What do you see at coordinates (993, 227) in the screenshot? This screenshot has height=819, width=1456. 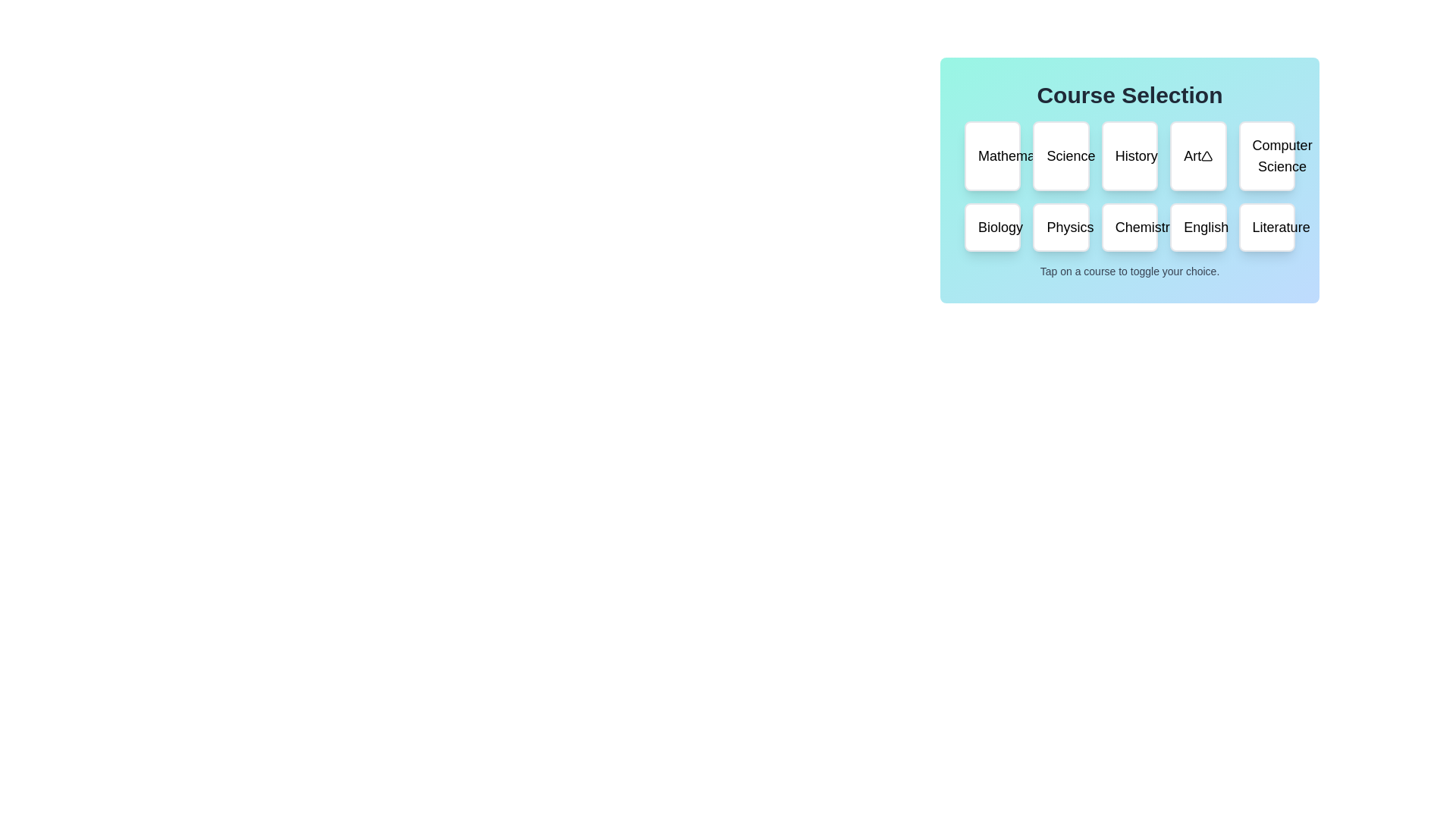 I see `the course Biology` at bounding box center [993, 227].